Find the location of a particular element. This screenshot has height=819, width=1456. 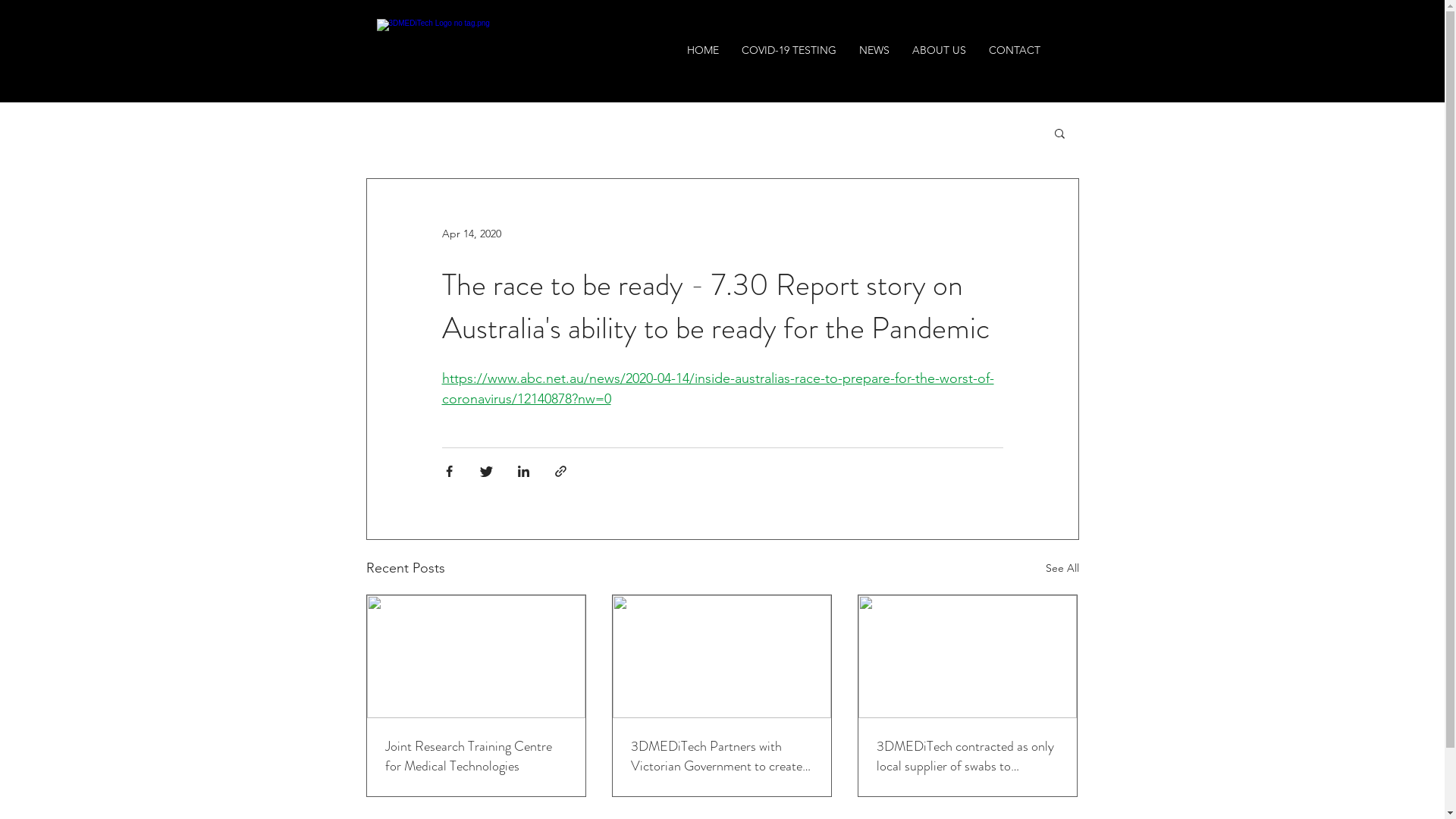

'See All' is located at coordinates (1061, 568).